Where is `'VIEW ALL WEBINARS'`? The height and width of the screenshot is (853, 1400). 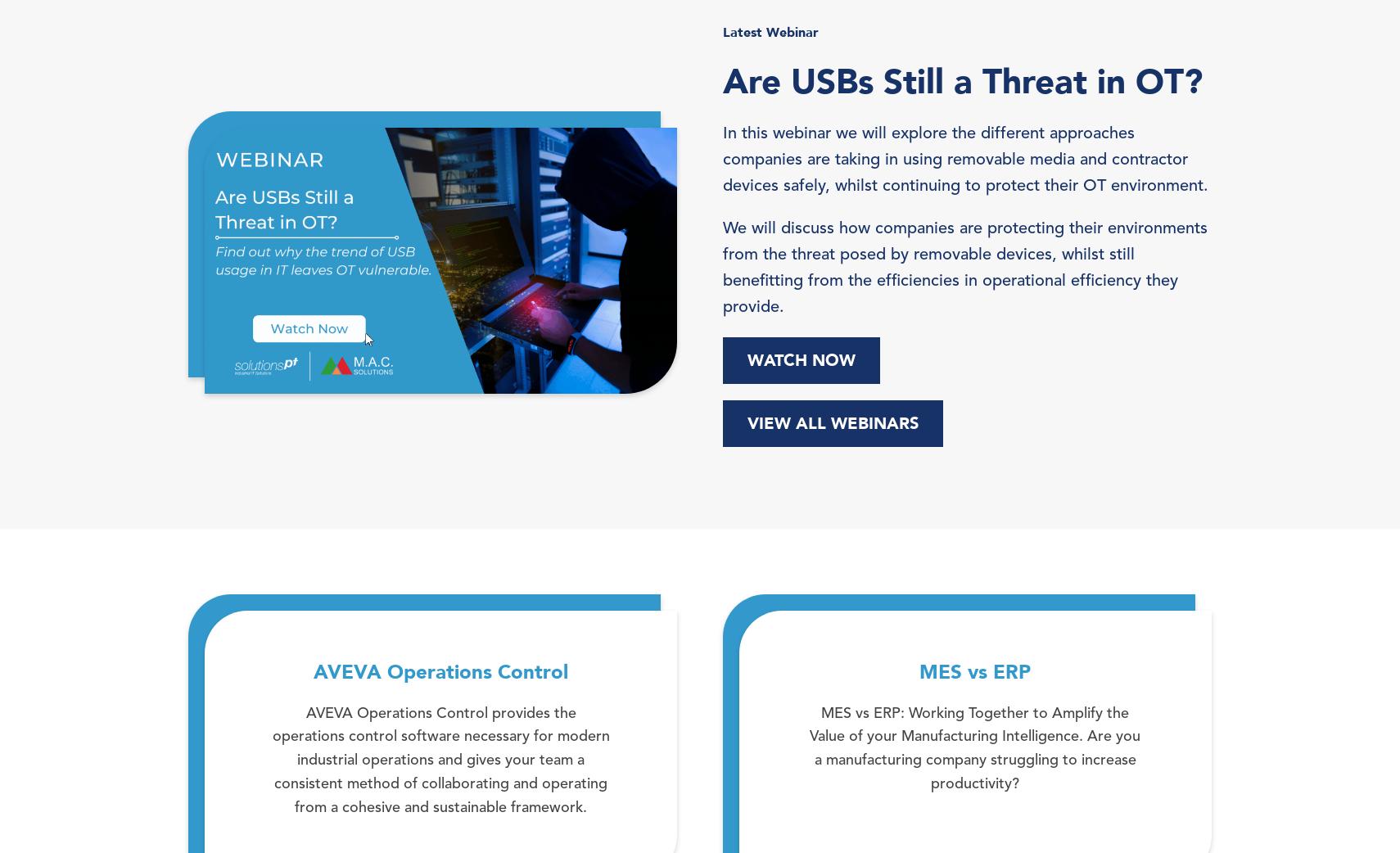 'VIEW ALL WEBINARS' is located at coordinates (831, 423).